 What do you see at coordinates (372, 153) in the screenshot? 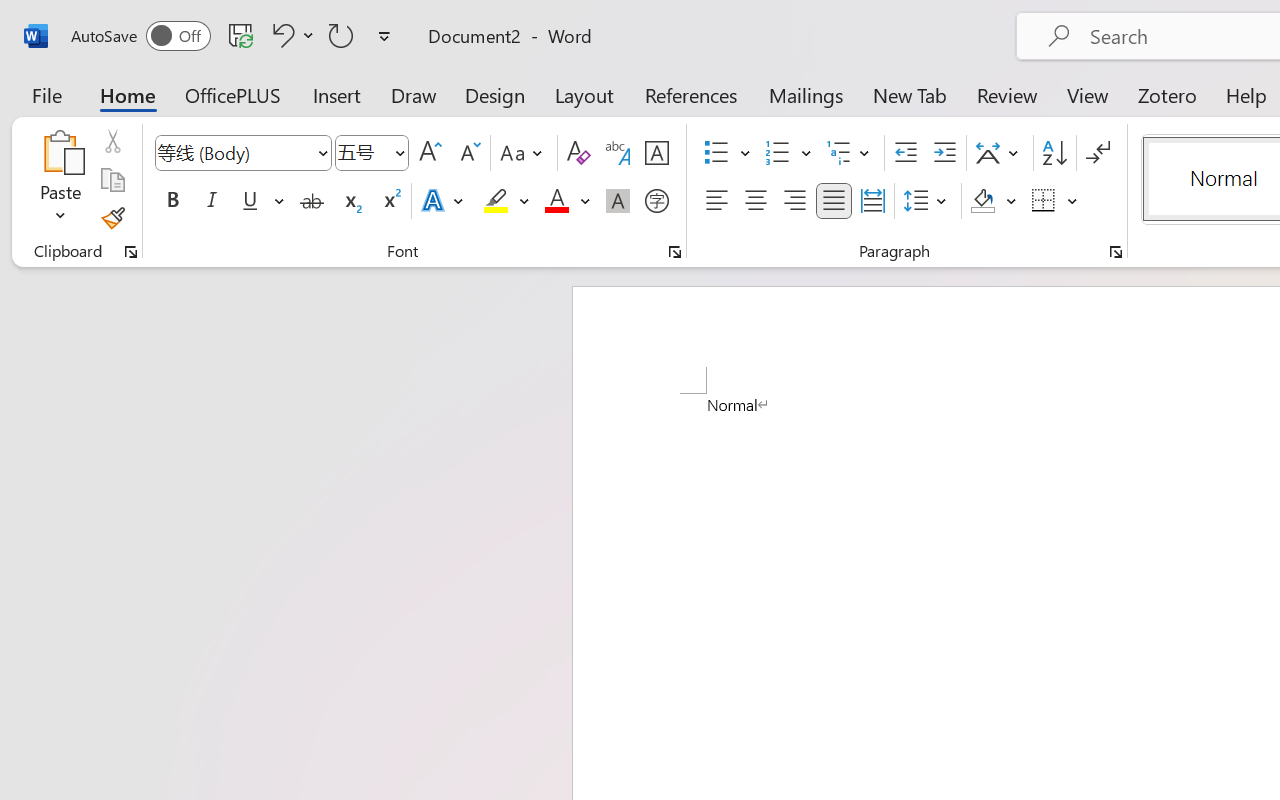
I see `'Font Size'` at bounding box center [372, 153].